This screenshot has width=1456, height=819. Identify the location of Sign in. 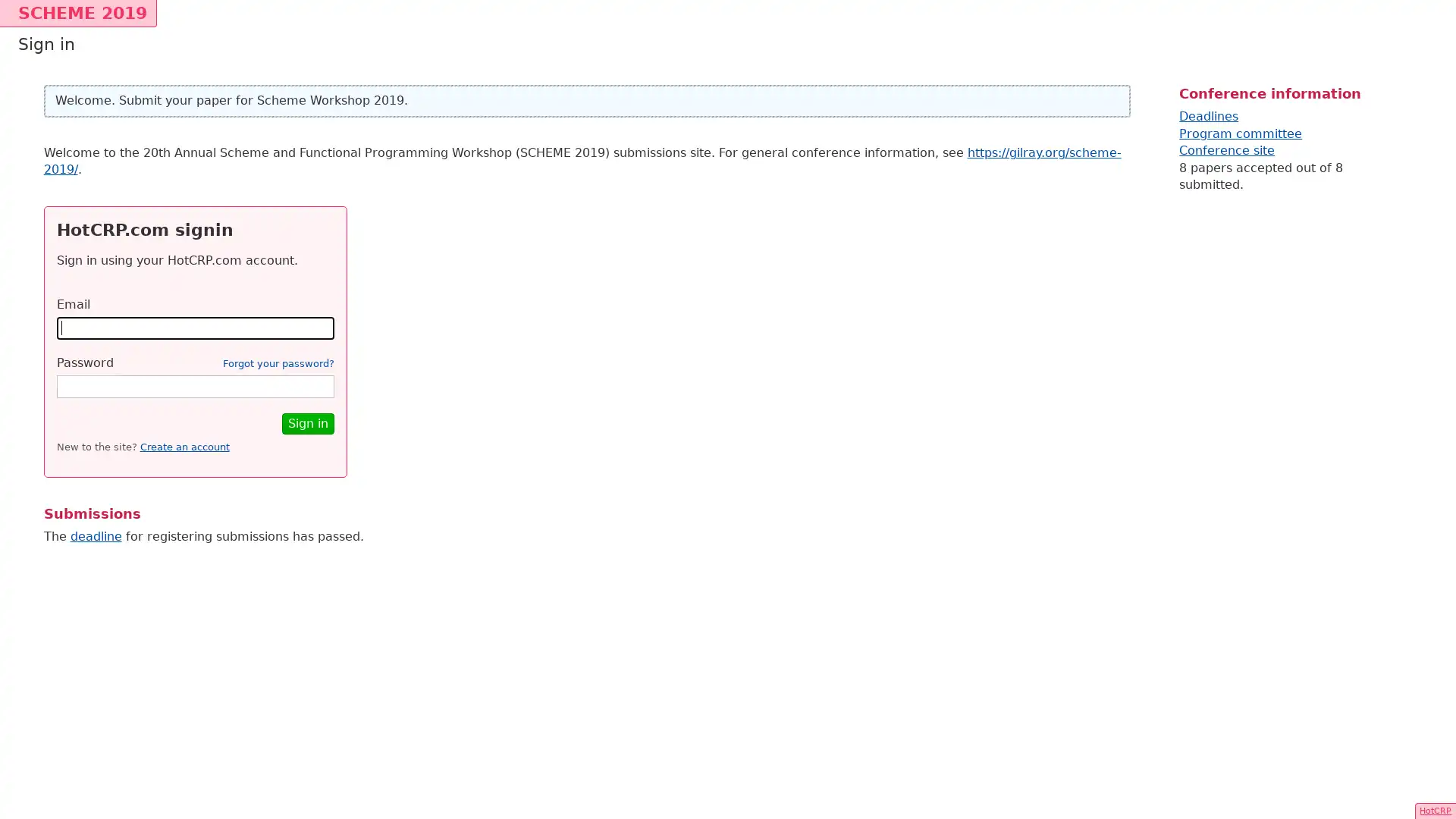
(306, 423).